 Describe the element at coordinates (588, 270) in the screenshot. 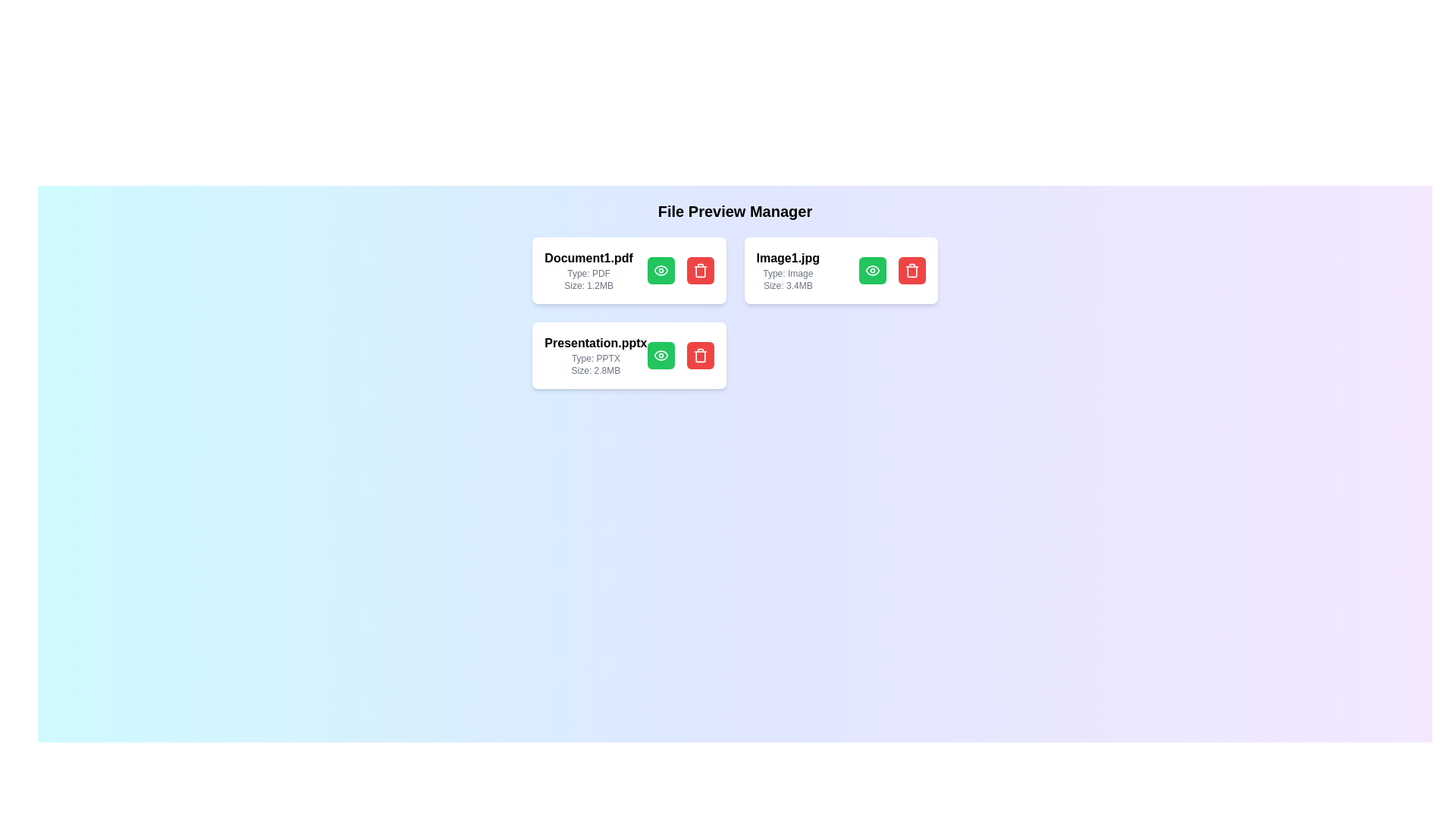

I see `the informational text block displaying 'Document1.pdf', which includes details about the document type and size` at that location.